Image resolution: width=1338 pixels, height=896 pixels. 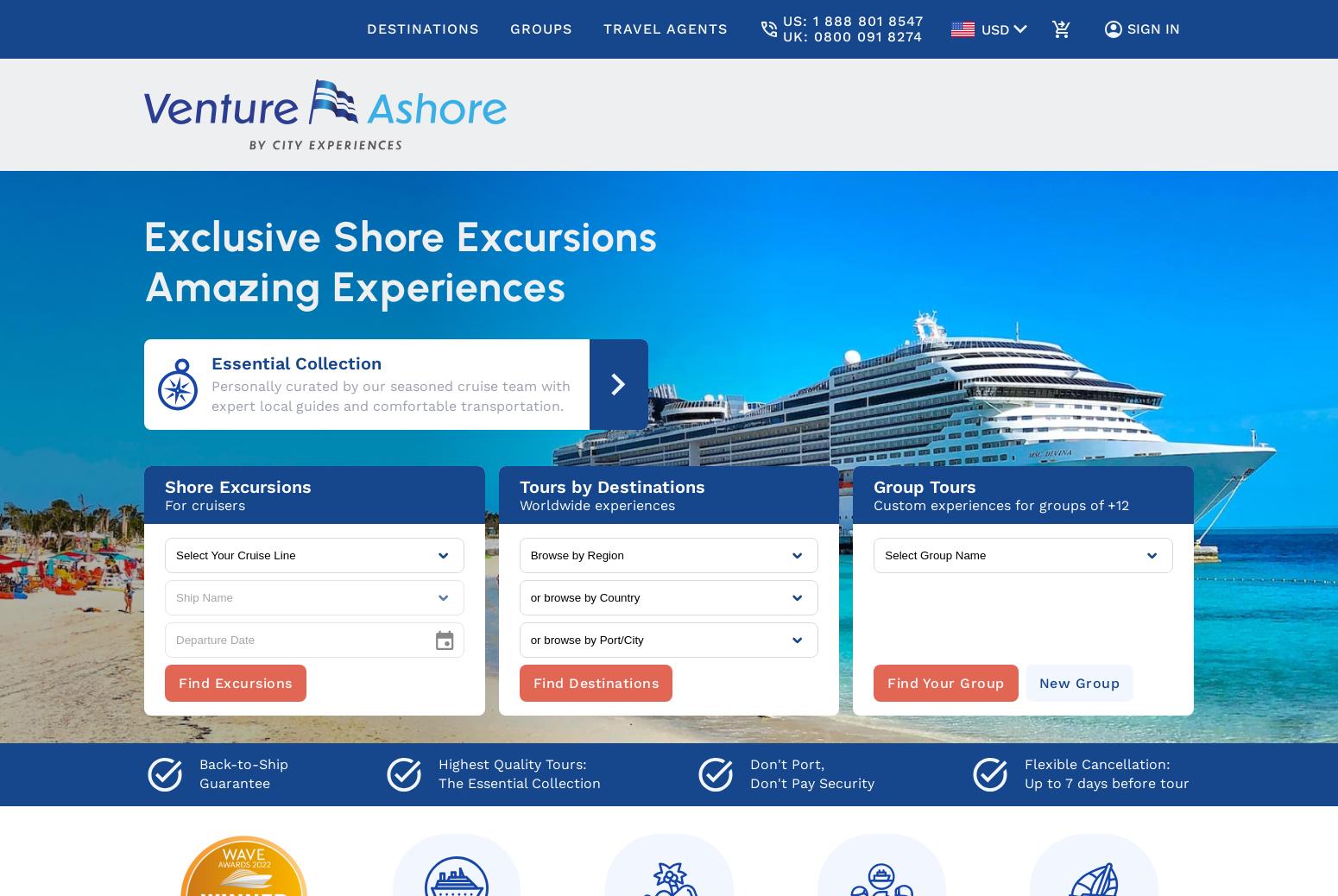 What do you see at coordinates (205, 504) in the screenshot?
I see `'For cruisers'` at bounding box center [205, 504].